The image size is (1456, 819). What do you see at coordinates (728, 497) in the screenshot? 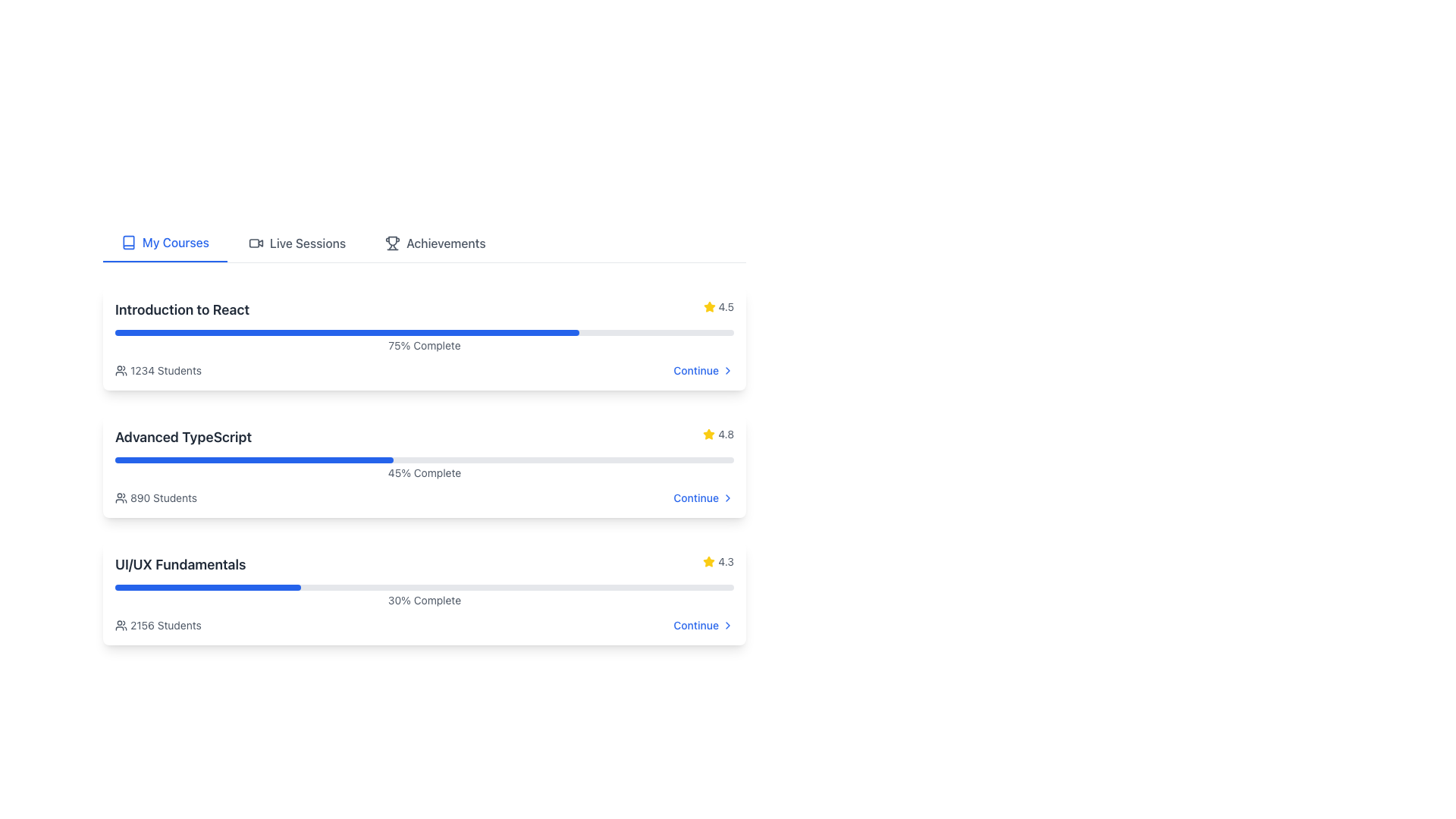
I see `the rightward-pointing chevron icon located next to the 'Continue' text in the 'Advanced TypeScript' course row` at bounding box center [728, 497].